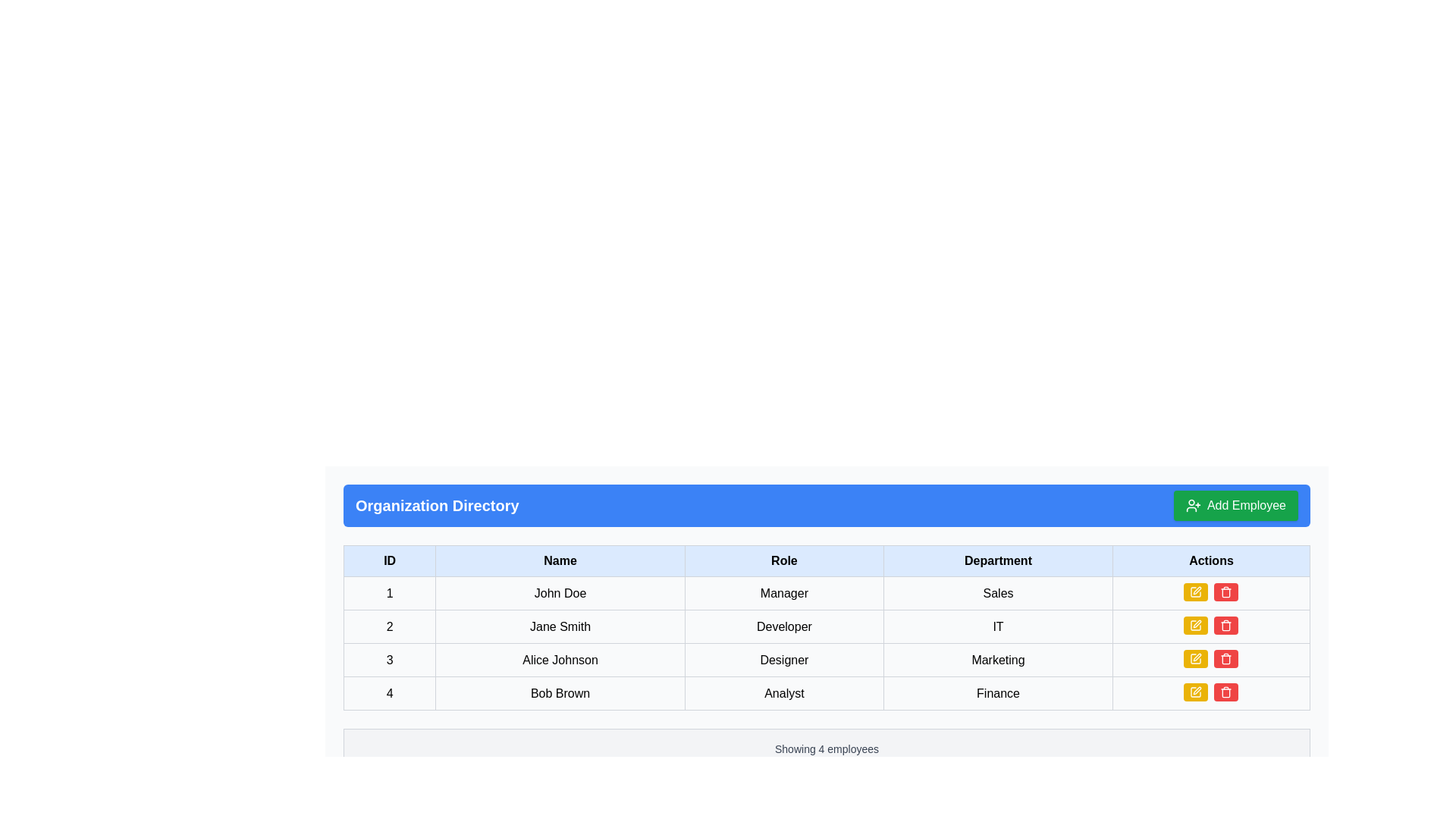 The width and height of the screenshot is (1456, 819). What do you see at coordinates (998, 626) in the screenshot?
I see `the table cell element displaying 'IT' under the 'Department' heading for the 'Jane Smith' row` at bounding box center [998, 626].